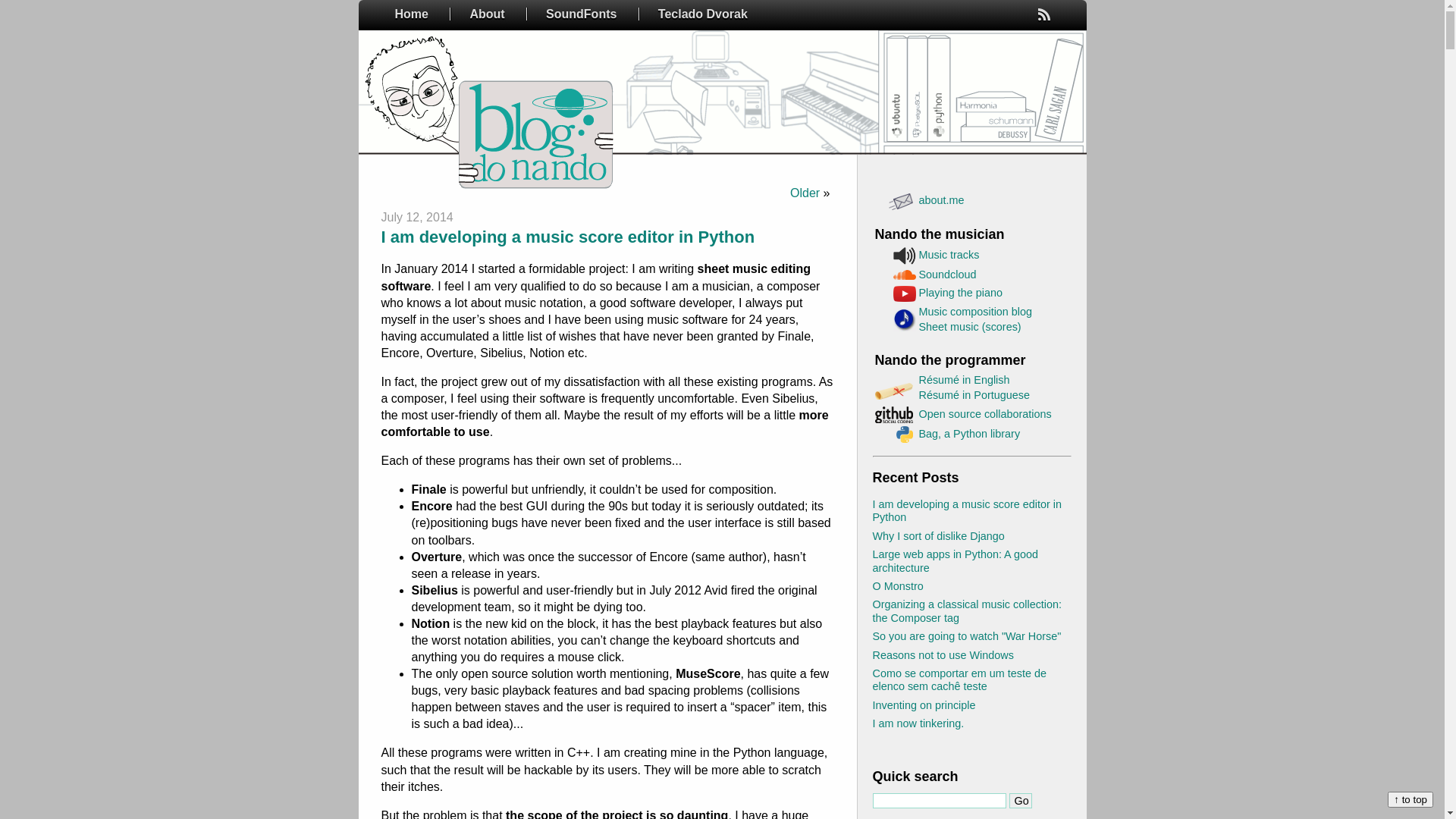  I want to click on 'Music tracks', so click(918, 253).